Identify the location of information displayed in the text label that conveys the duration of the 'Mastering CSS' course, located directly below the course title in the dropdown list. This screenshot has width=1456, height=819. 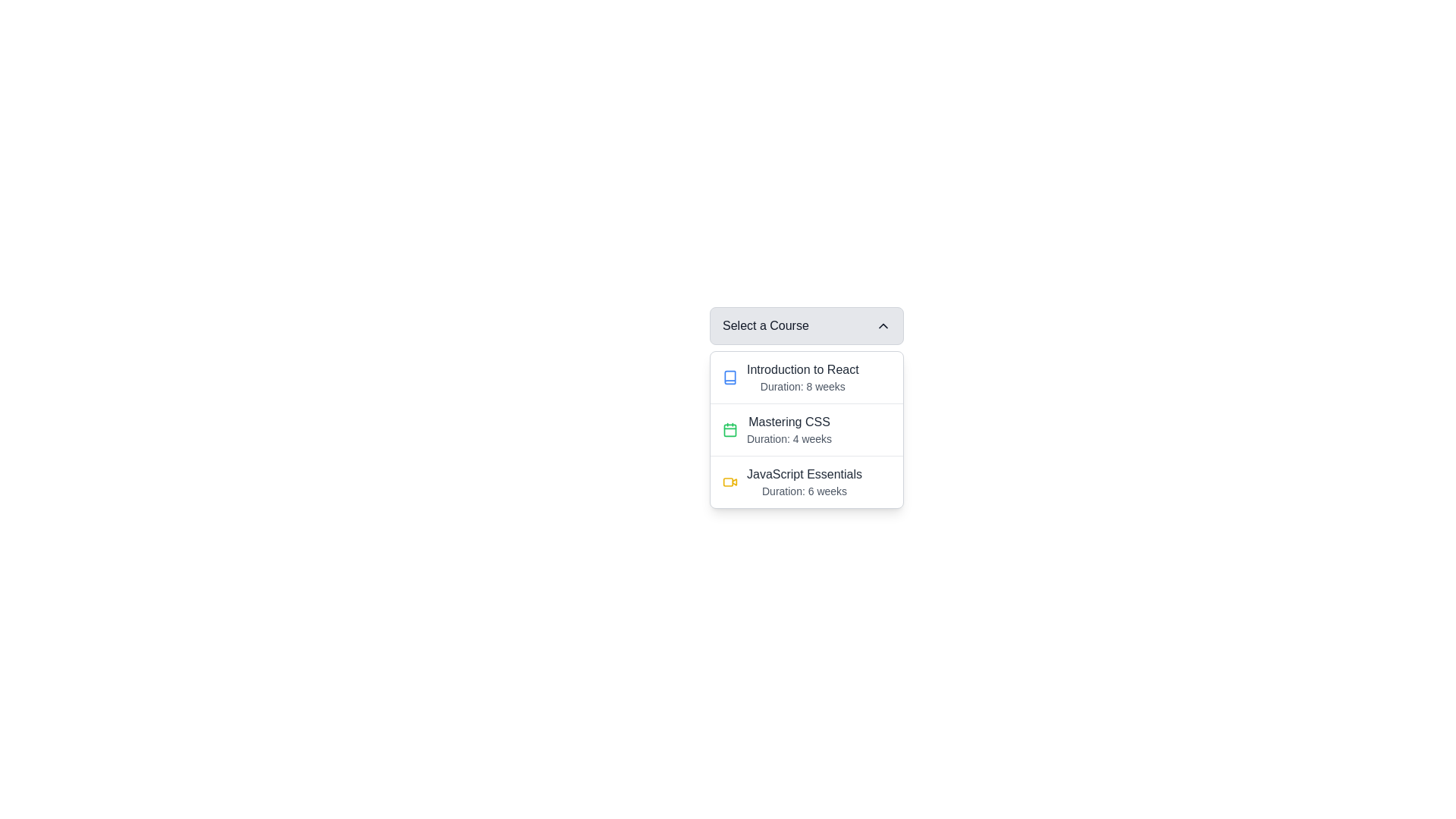
(789, 438).